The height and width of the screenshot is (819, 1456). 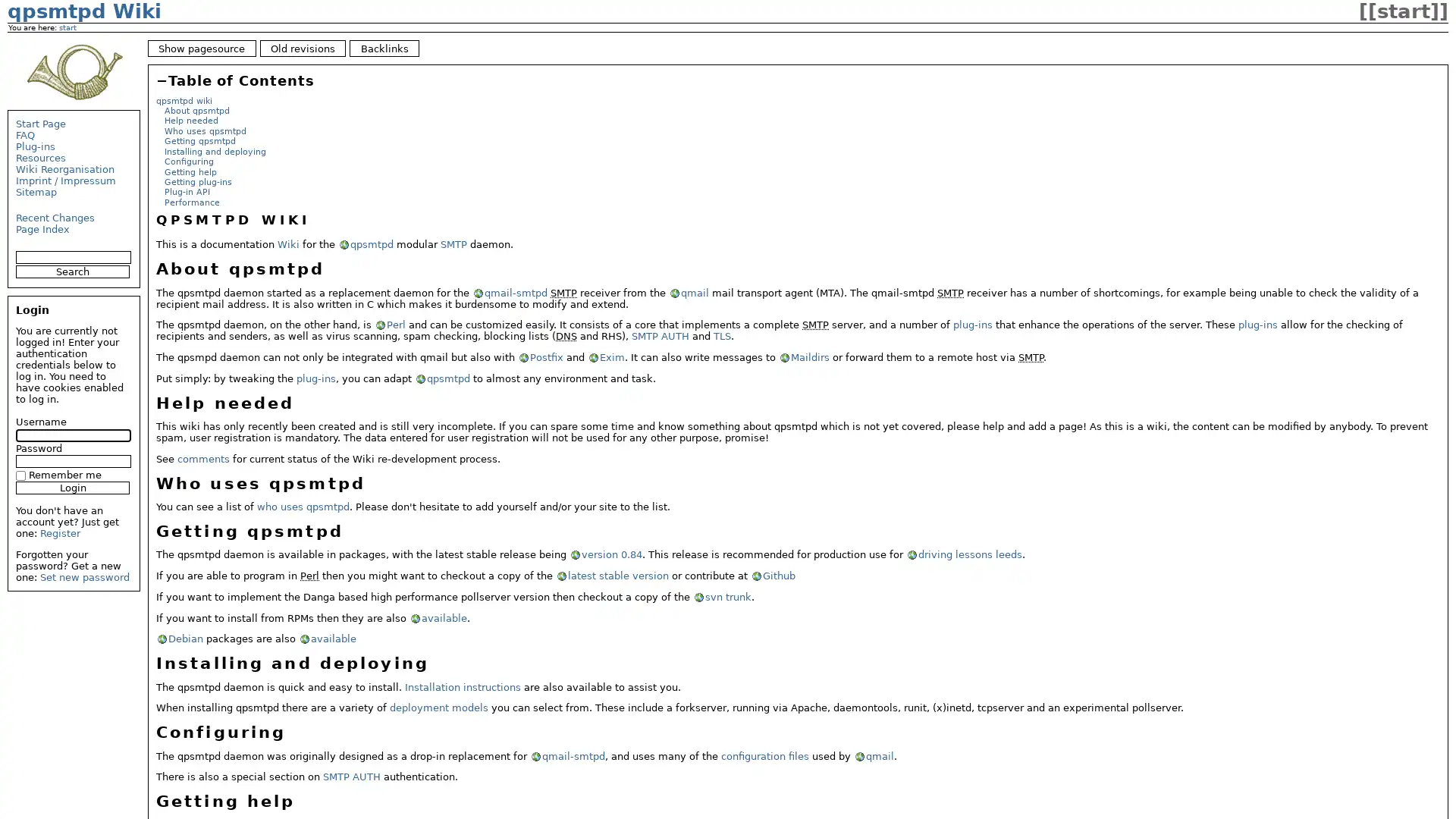 What do you see at coordinates (72, 271) in the screenshot?
I see `Search` at bounding box center [72, 271].